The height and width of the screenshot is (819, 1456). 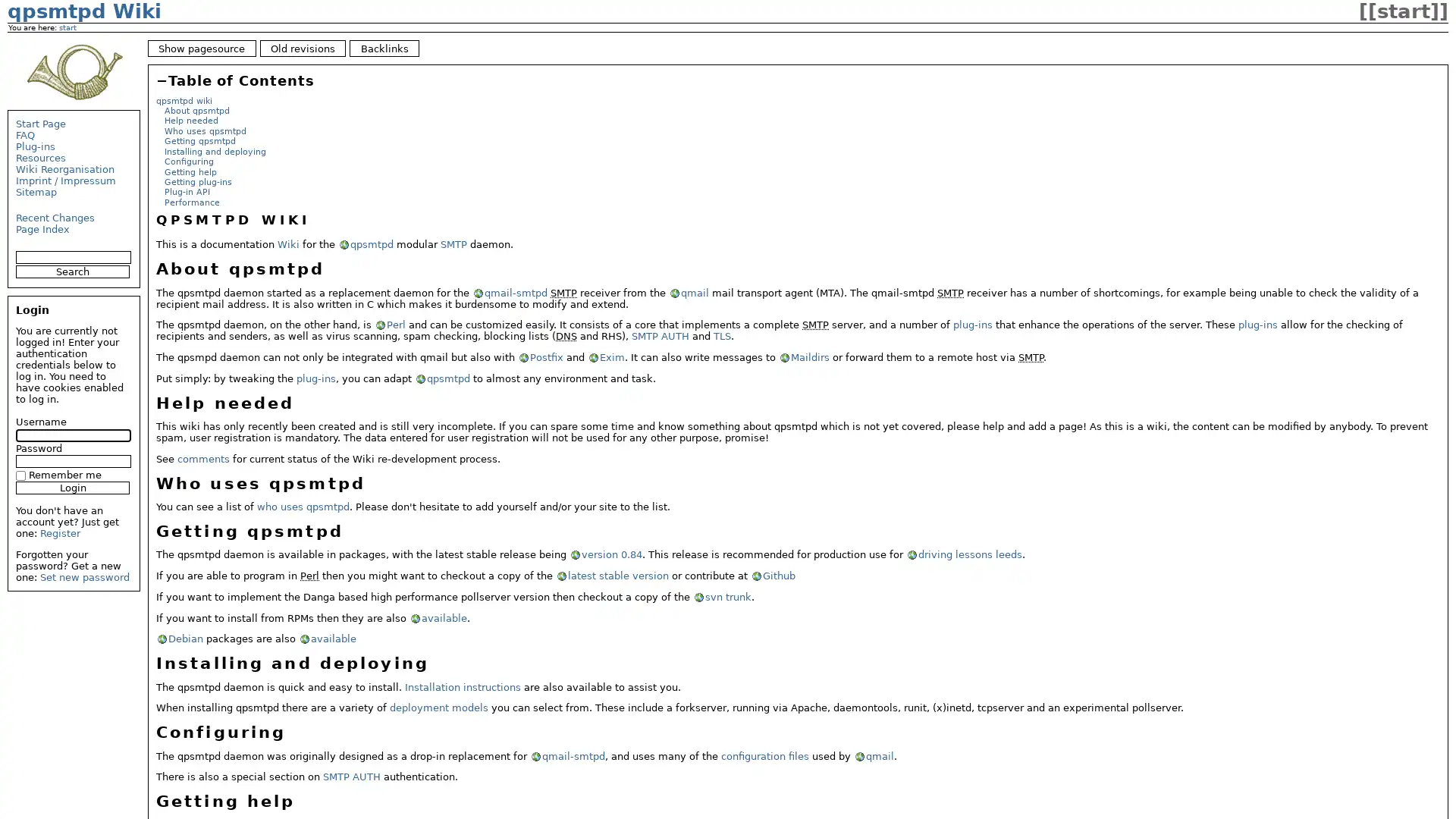 What do you see at coordinates (72, 271) in the screenshot?
I see `Search` at bounding box center [72, 271].